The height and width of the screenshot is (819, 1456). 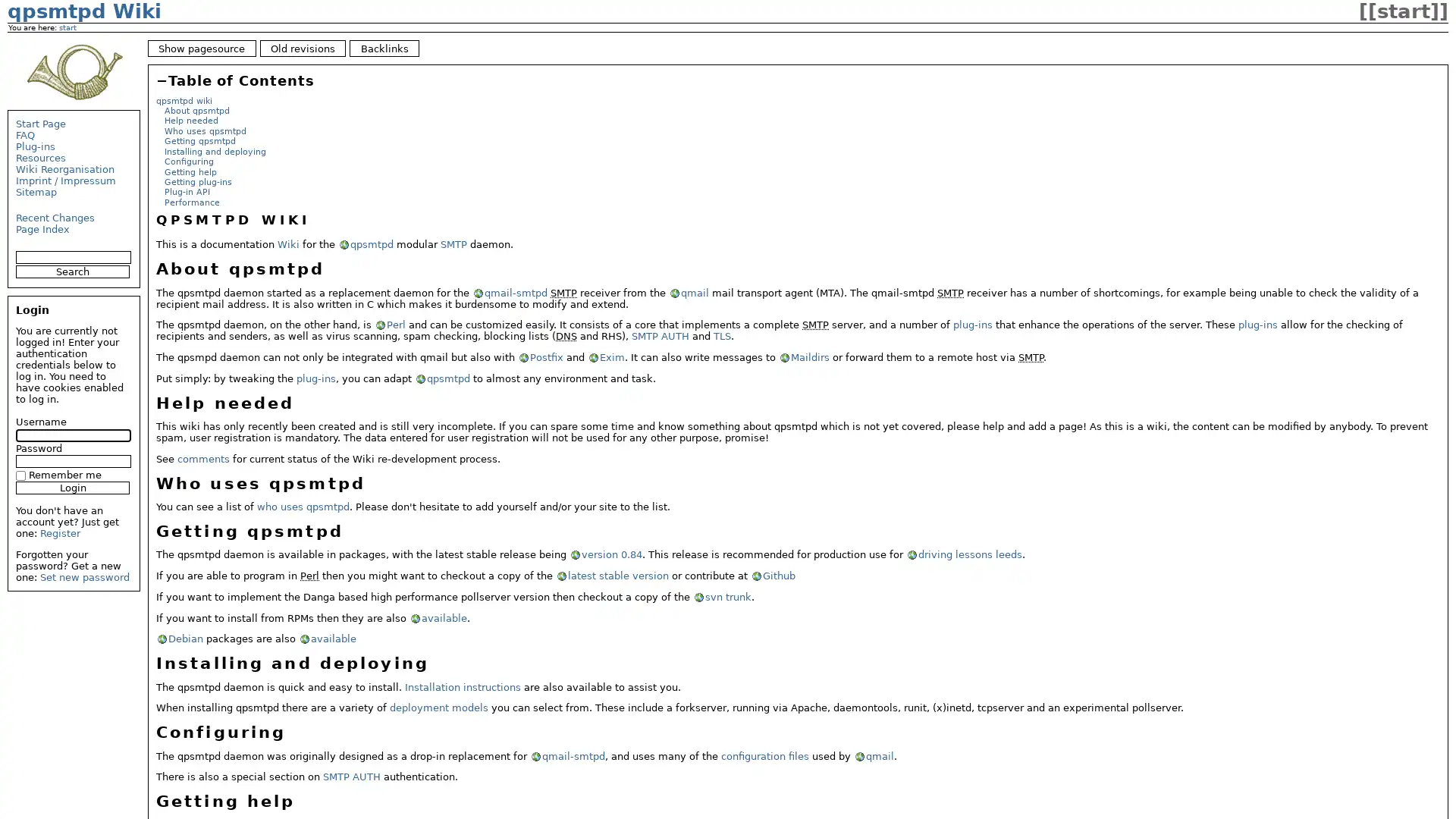 What do you see at coordinates (72, 271) in the screenshot?
I see `Search` at bounding box center [72, 271].